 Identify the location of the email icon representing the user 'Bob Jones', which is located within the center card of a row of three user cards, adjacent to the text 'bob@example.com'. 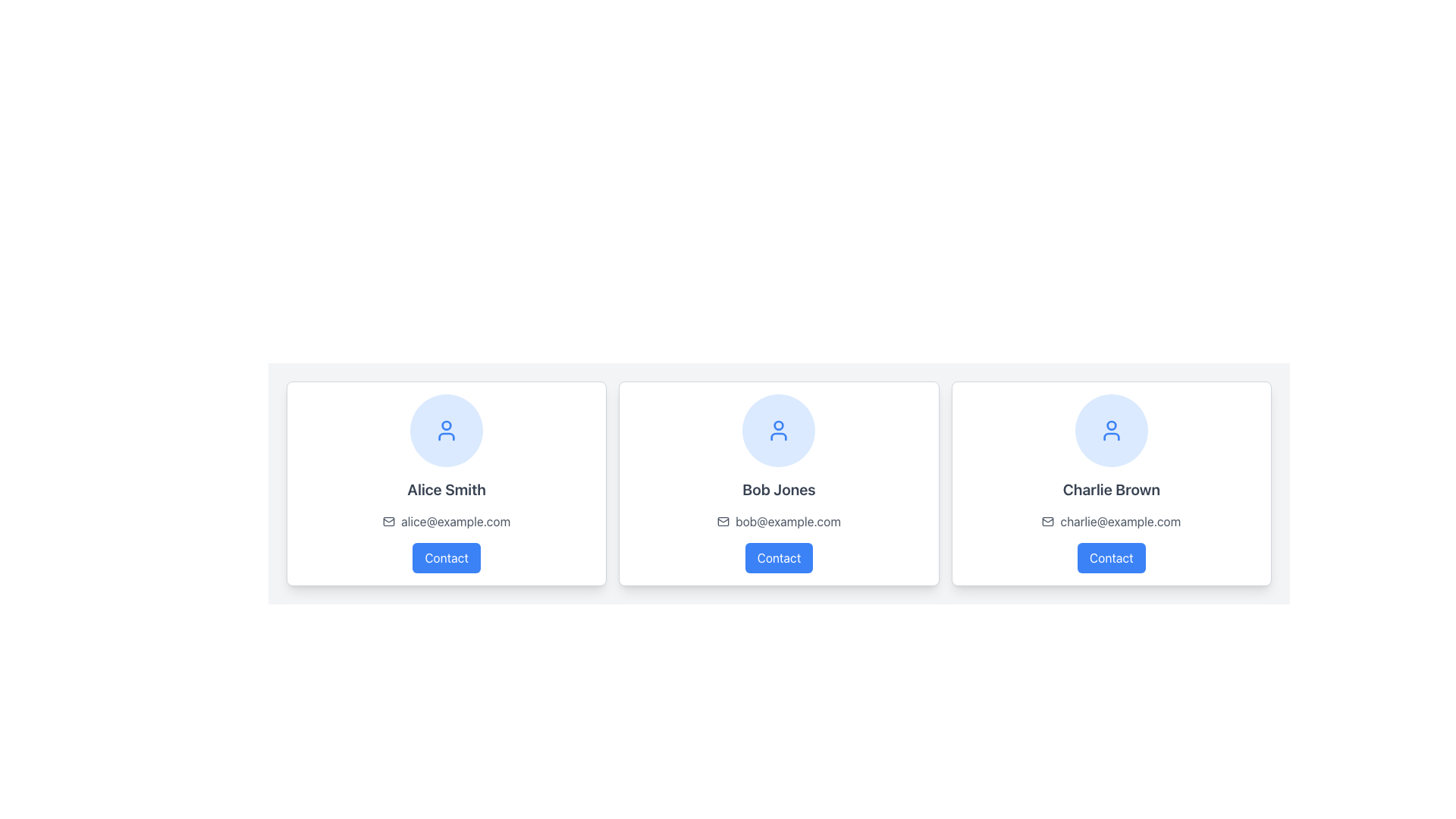
(723, 520).